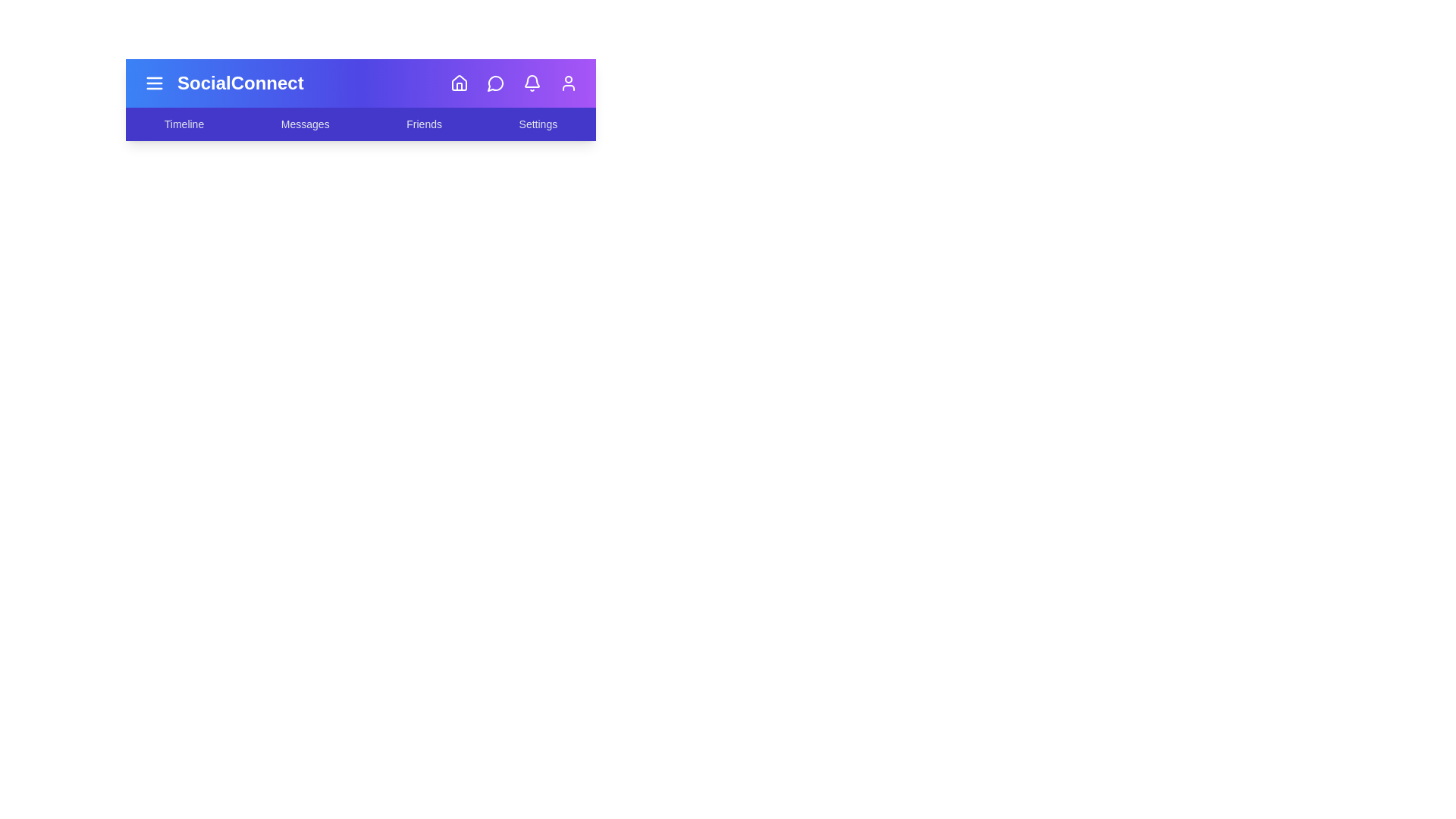 Image resolution: width=1456 pixels, height=819 pixels. What do you see at coordinates (538, 124) in the screenshot?
I see `the Settings Menu to observe visual effects` at bounding box center [538, 124].